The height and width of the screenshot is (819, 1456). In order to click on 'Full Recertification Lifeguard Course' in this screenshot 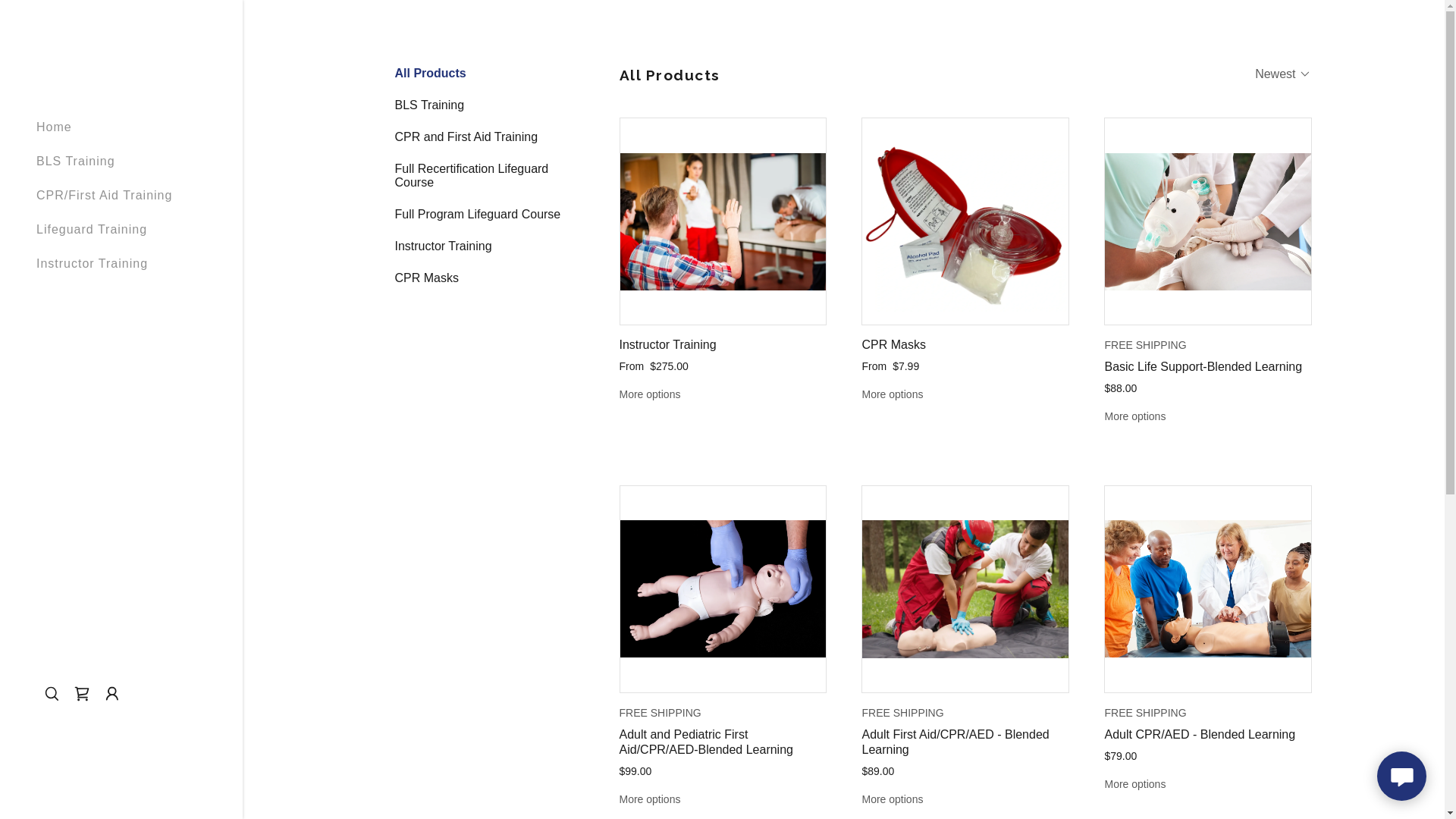, I will do `click(479, 174)`.